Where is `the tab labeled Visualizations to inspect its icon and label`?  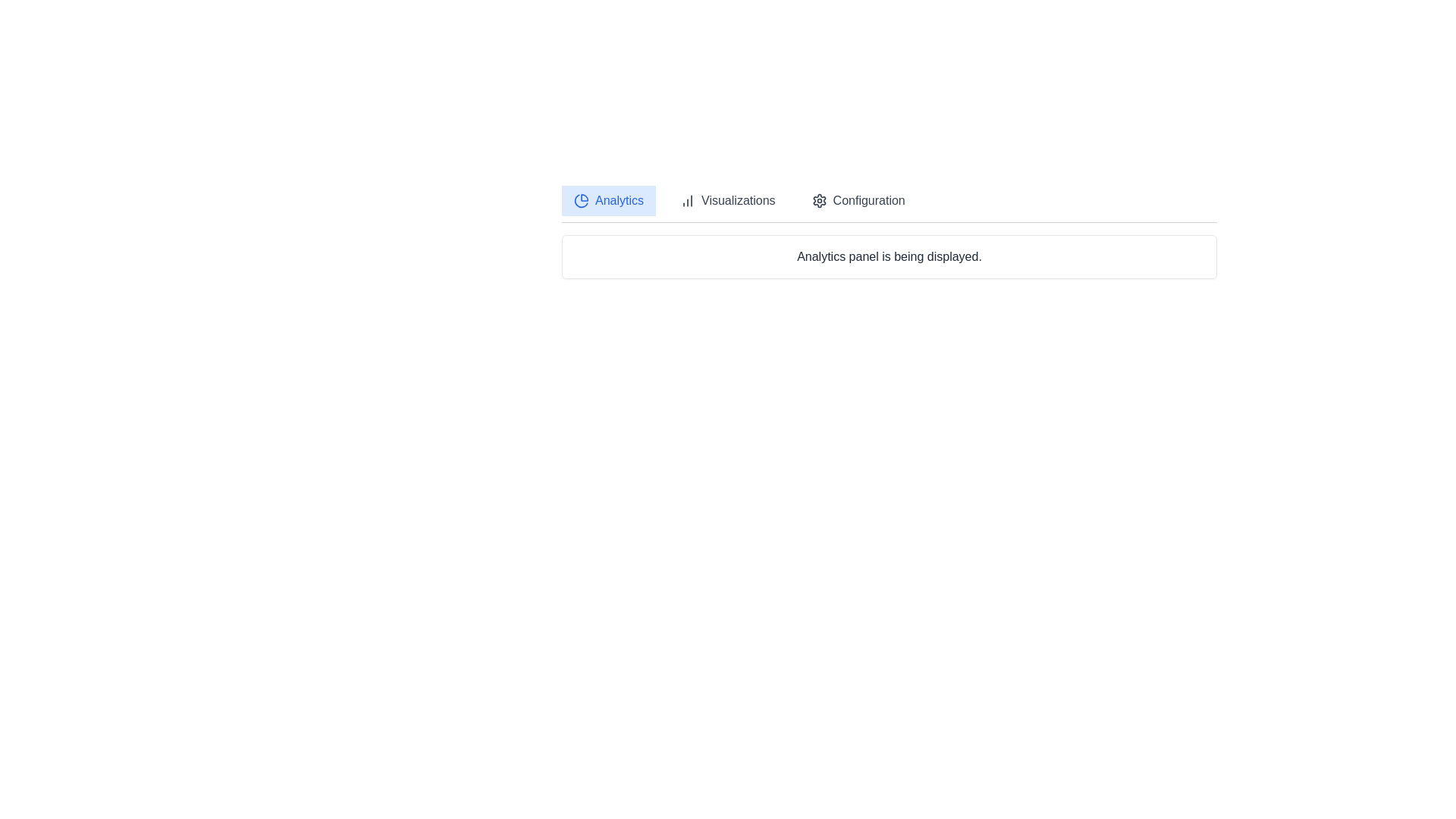
the tab labeled Visualizations to inspect its icon and label is located at coordinates (726, 200).